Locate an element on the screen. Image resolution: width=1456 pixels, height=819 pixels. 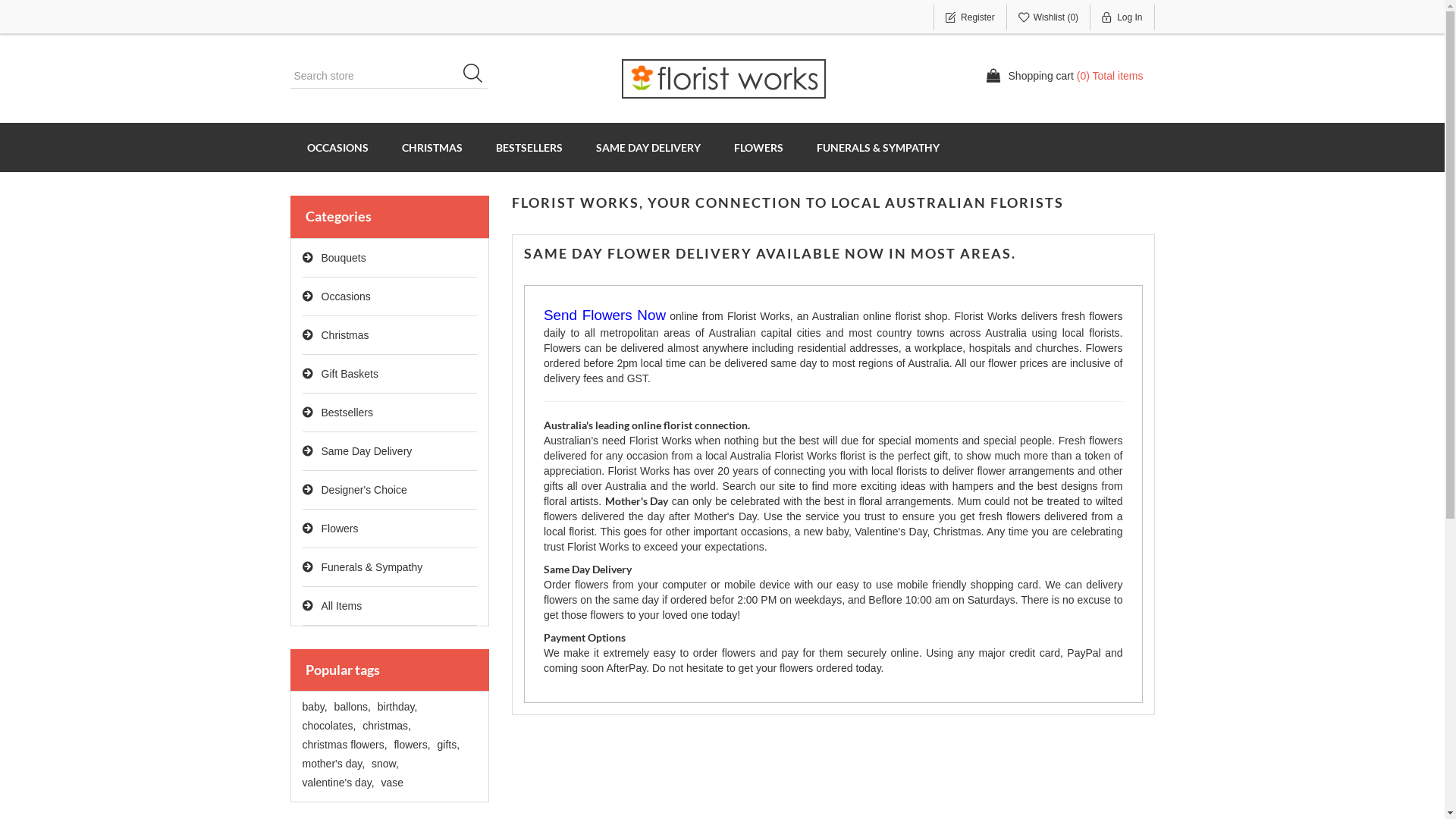
'baby,' is located at coordinates (313, 707).